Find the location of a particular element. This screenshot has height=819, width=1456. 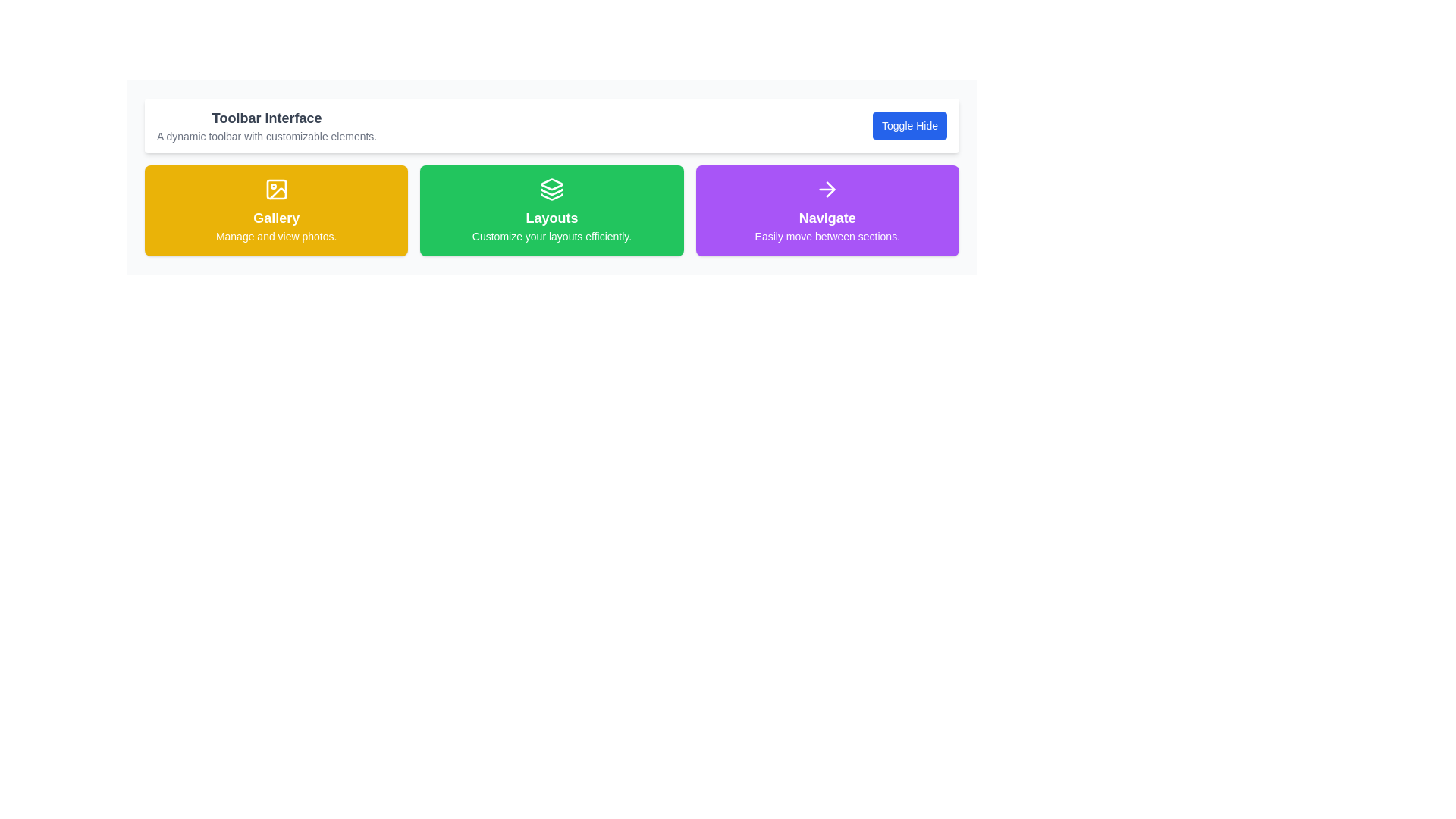

the 'Navigate' text block element is located at coordinates (827, 218).